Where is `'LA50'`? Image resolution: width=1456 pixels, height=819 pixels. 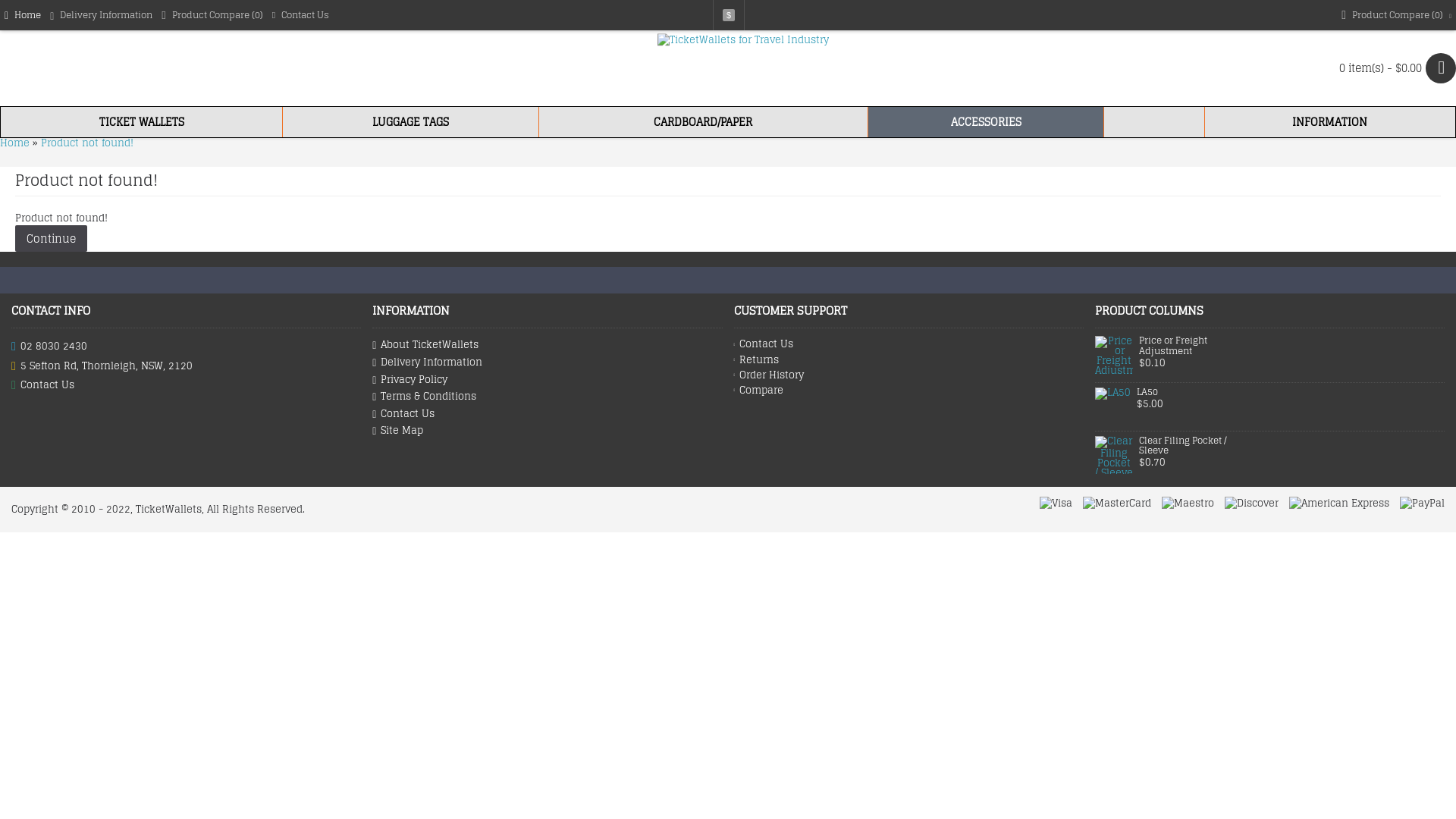
'LA50' is located at coordinates (1112, 404).